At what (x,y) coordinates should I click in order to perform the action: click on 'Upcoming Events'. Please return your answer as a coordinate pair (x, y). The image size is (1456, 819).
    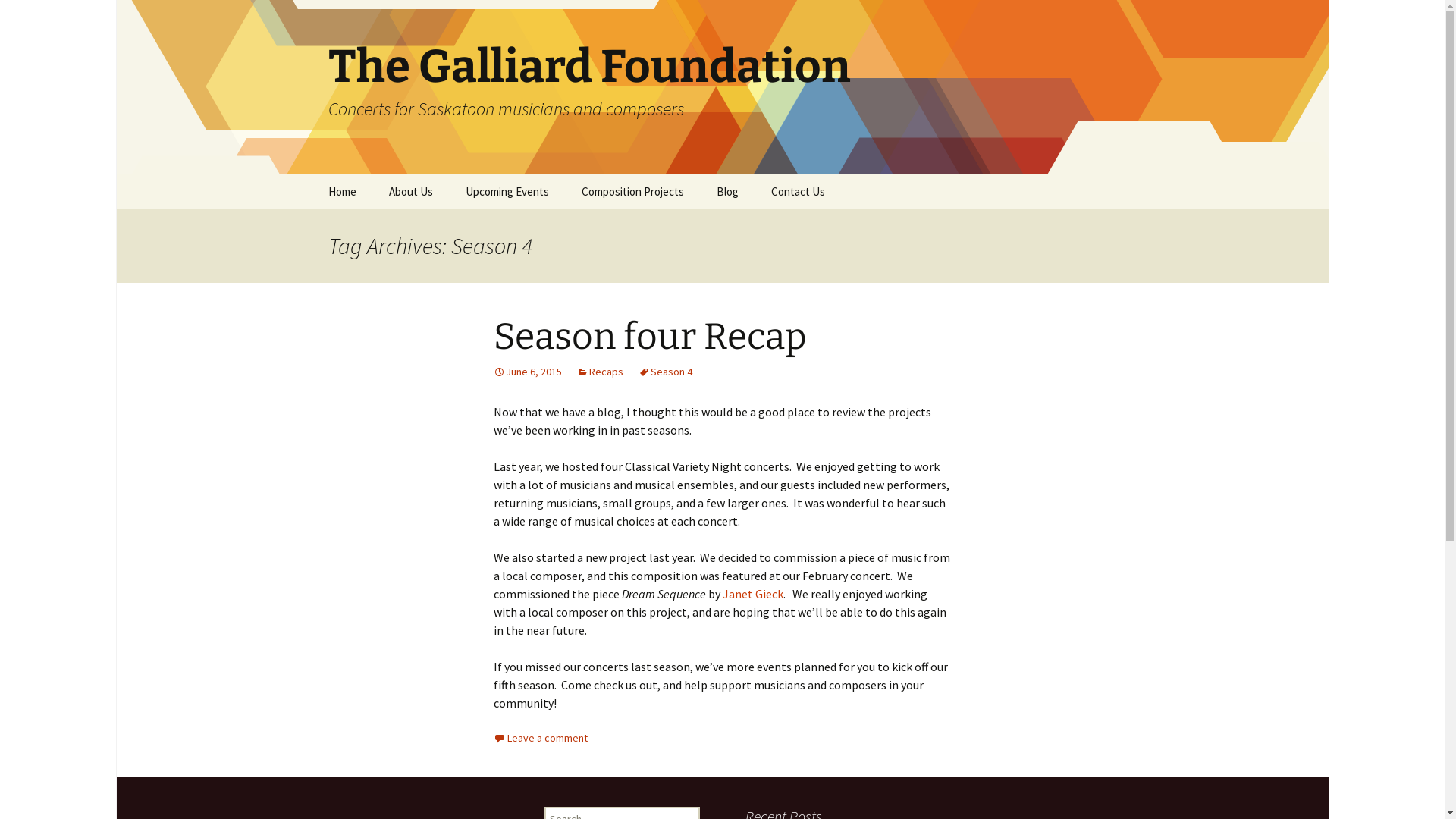
    Looking at the image, I should click on (507, 190).